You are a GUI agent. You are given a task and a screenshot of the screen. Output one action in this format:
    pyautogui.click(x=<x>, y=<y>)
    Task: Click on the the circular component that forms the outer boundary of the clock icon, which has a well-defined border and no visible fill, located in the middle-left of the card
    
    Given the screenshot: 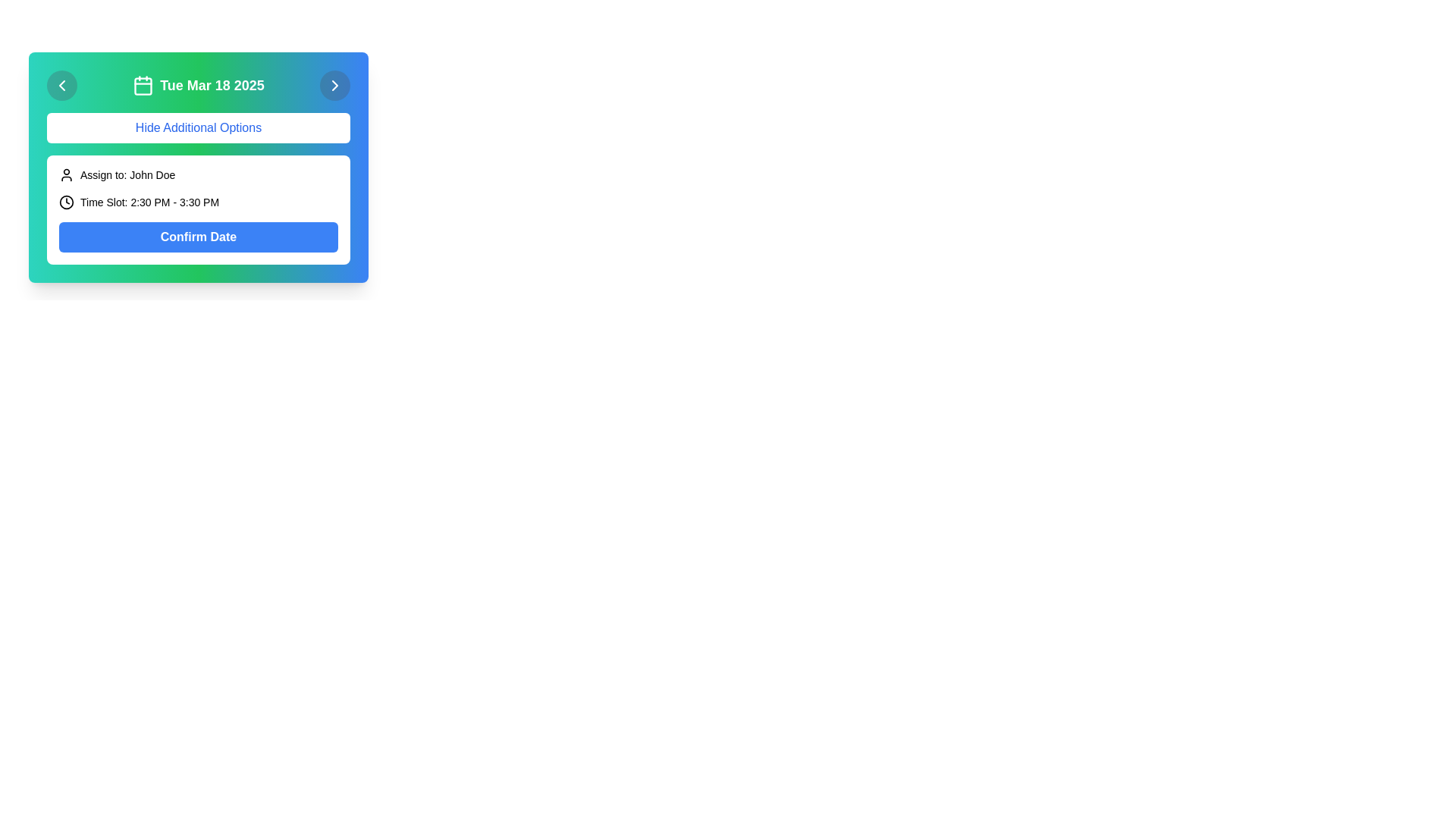 What is the action you would take?
    pyautogui.click(x=65, y=201)
    